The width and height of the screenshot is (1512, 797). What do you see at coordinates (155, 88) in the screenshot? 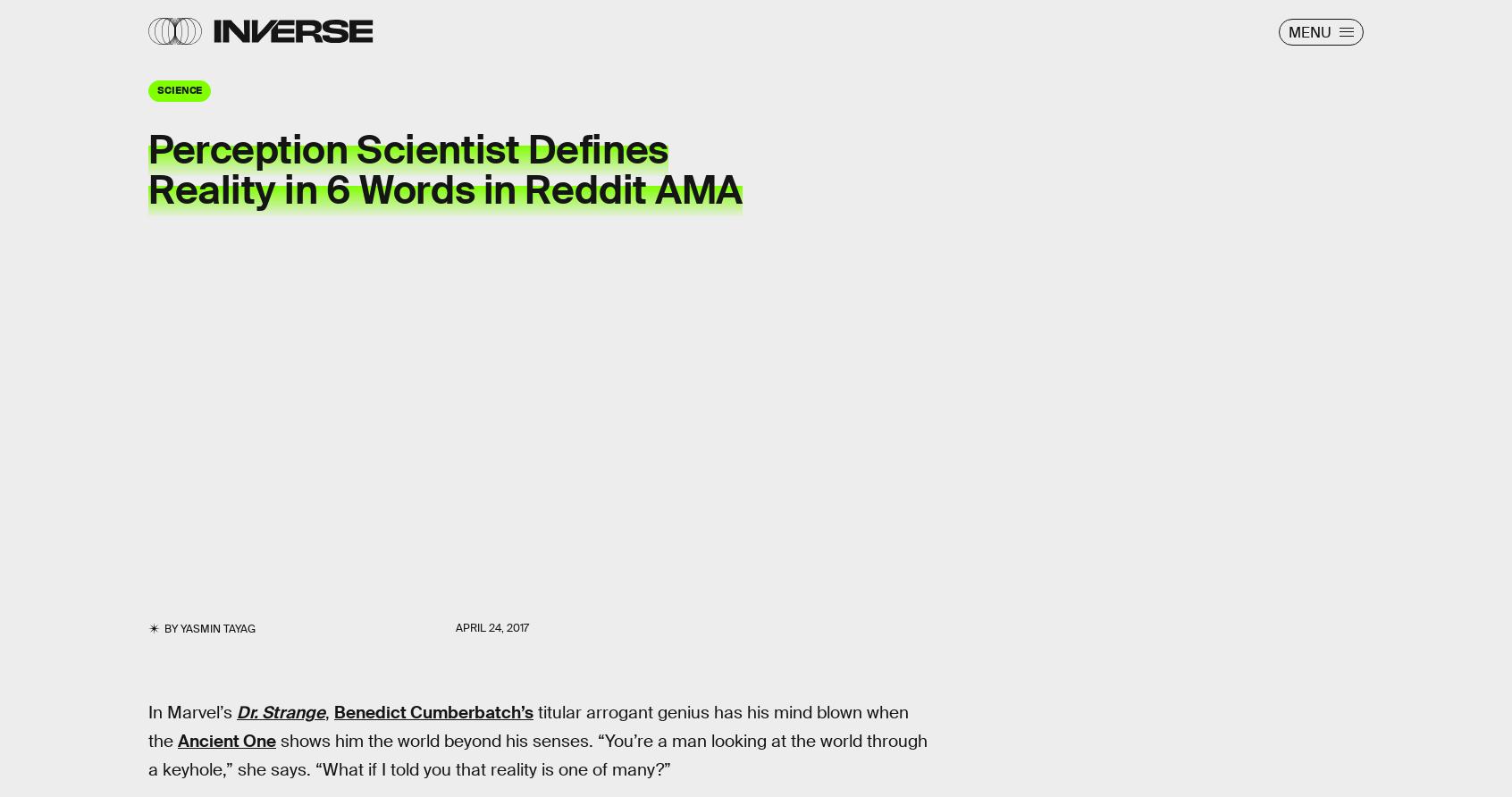
I see `'Science'` at bounding box center [155, 88].